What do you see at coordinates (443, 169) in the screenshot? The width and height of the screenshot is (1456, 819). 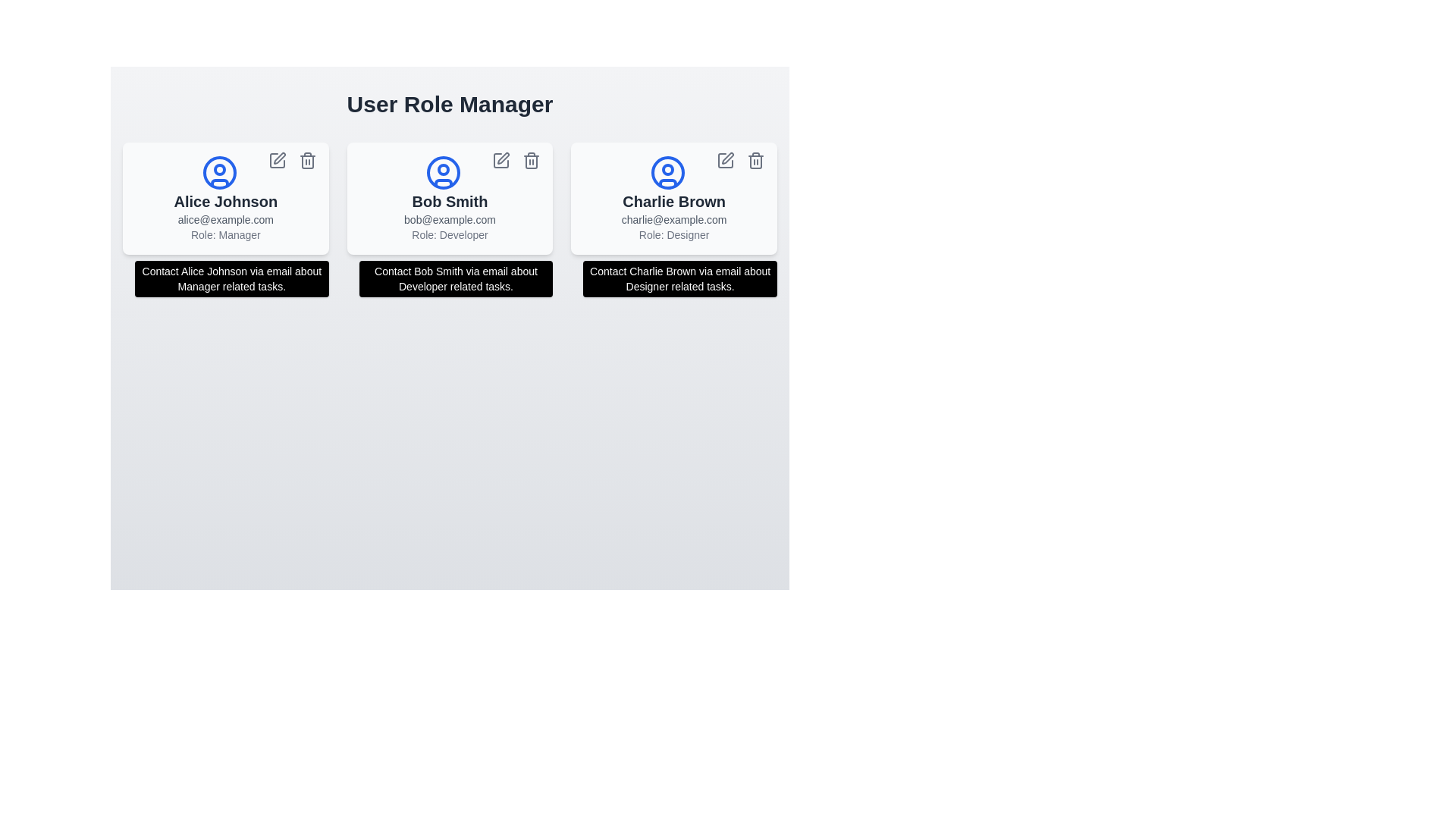 I see `the circle component of the user profile icon located at the center of the second card from the left in a row of three cards` at bounding box center [443, 169].